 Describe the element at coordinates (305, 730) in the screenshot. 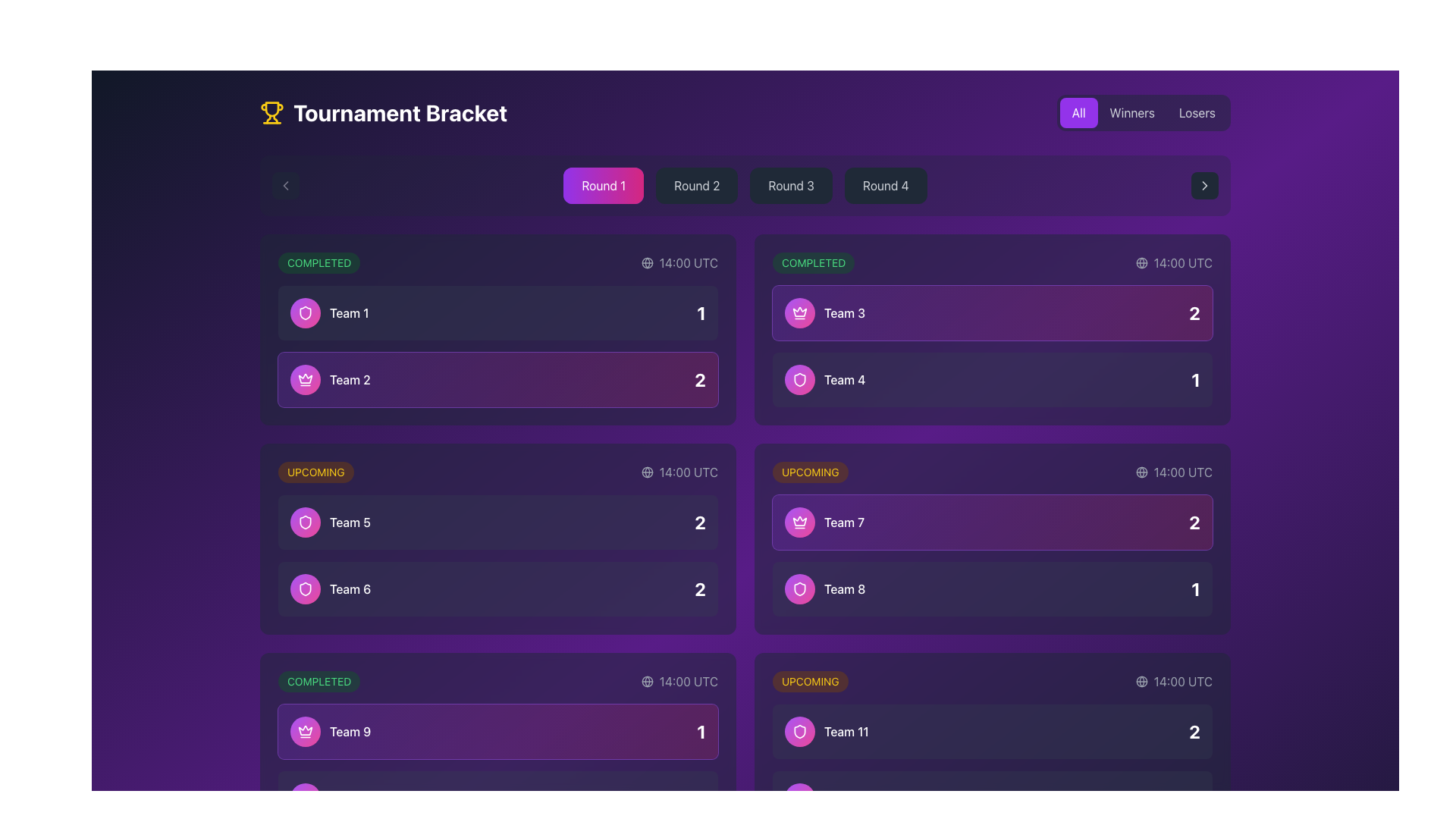

I see `the crown-shaped icon located to the left of the labeled text 'Team 2' in the 'Completed' section` at that location.